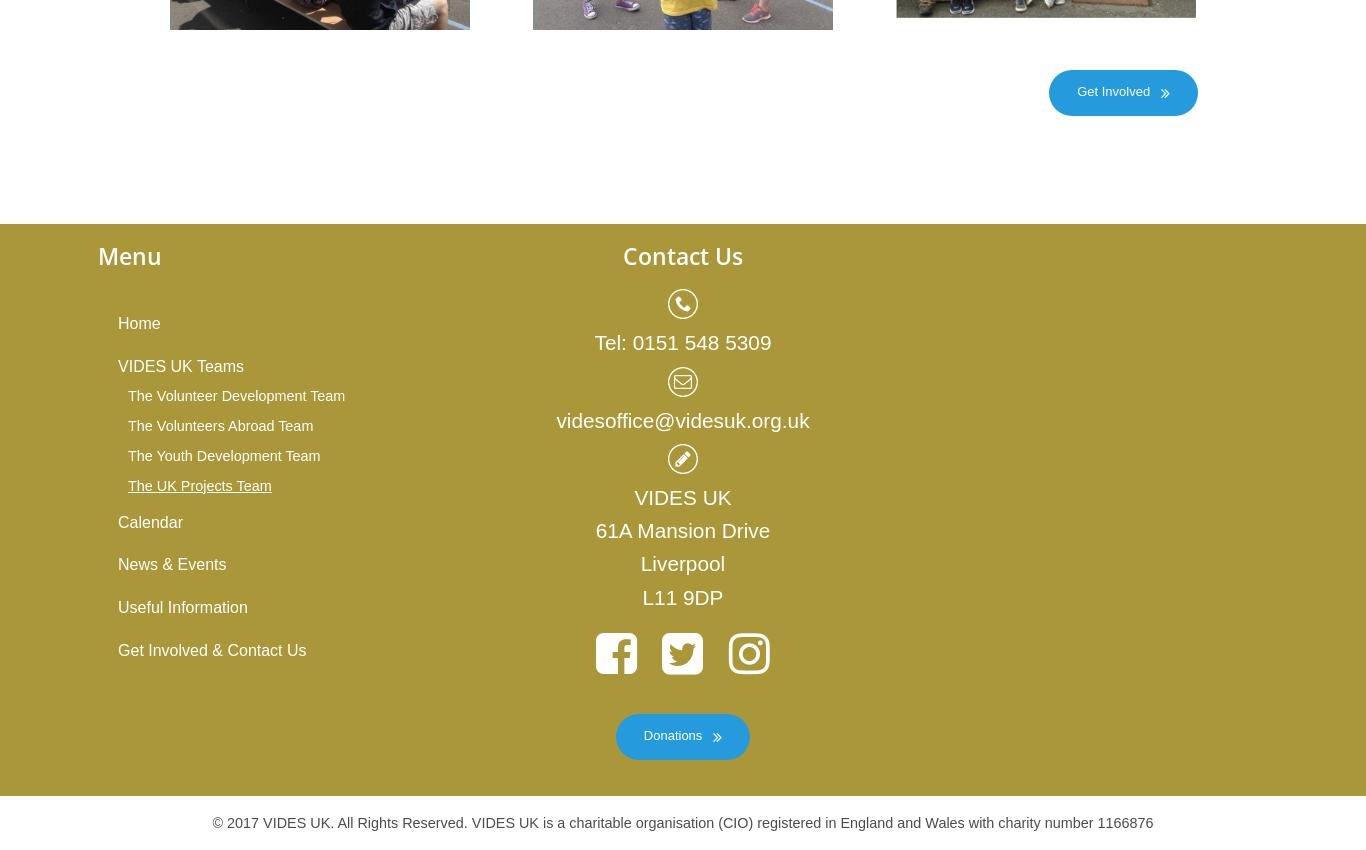 The height and width of the screenshot is (850, 1366). Describe the element at coordinates (681, 822) in the screenshot. I see `'© 2017 VIDES UK. All Rights Reserved. VIDES UK is a charitable organisation (CIO) registered in England and Wales with charity number 1166876'` at that location.